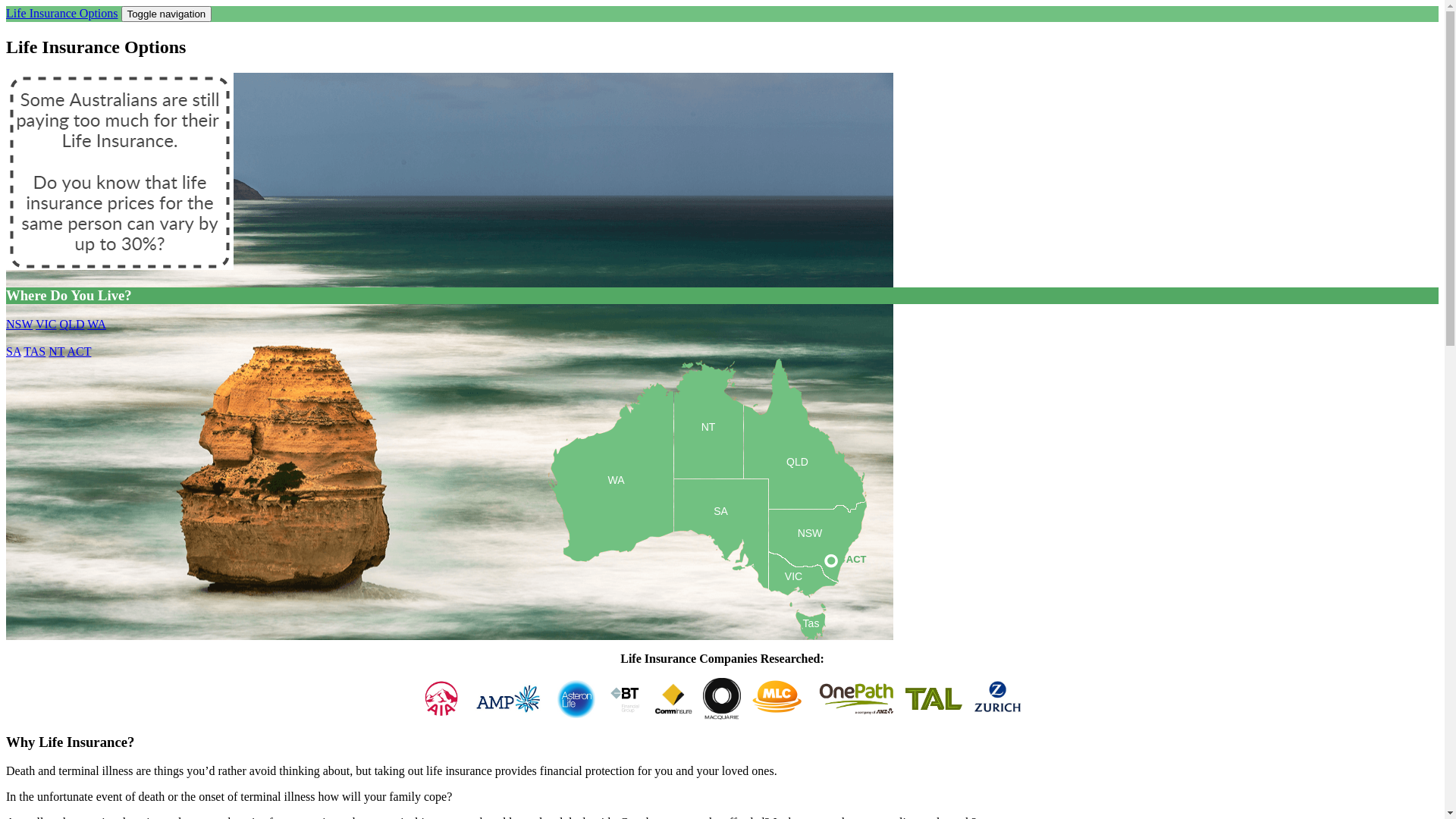 The height and width of the screenshot is (819, 1456). What do you see at coordinates (19, 323) in the screenshot?
I see `'NSW'` at bounding box center [19, 323].